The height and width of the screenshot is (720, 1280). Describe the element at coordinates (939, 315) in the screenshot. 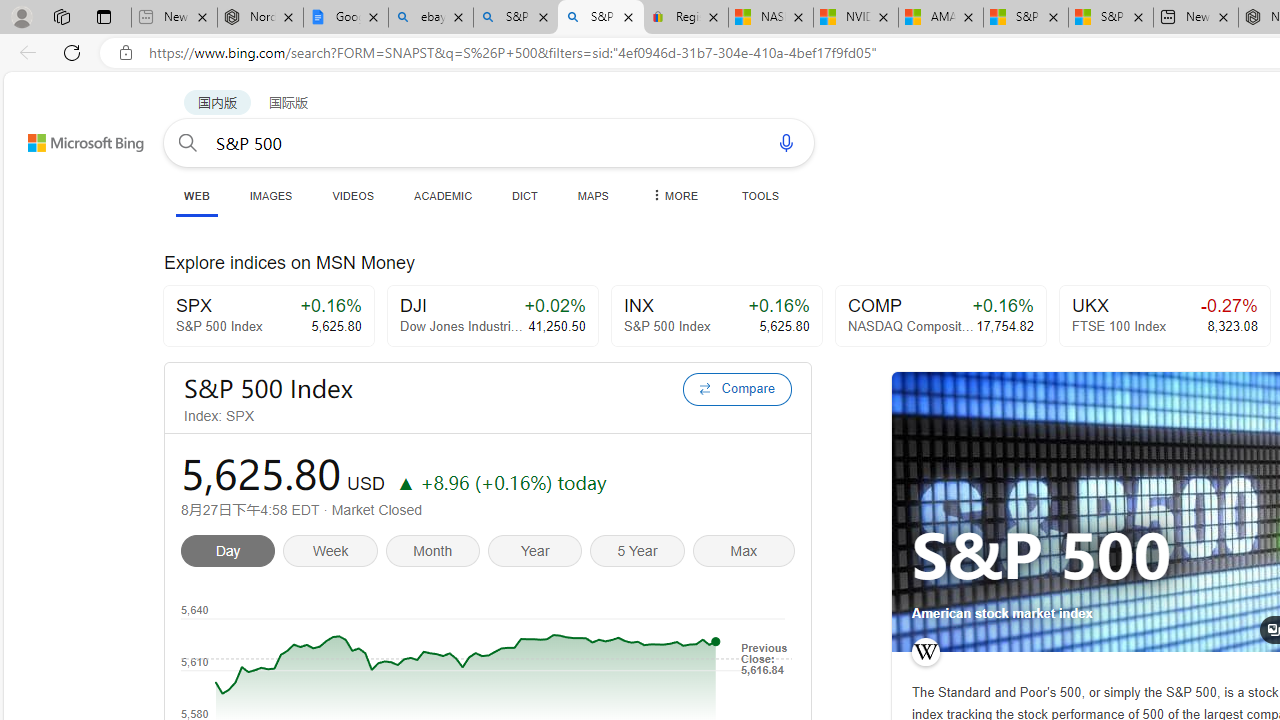

I see `'COMP +0.16% NASDAQ Composite Index 17,754.82'` at that location.